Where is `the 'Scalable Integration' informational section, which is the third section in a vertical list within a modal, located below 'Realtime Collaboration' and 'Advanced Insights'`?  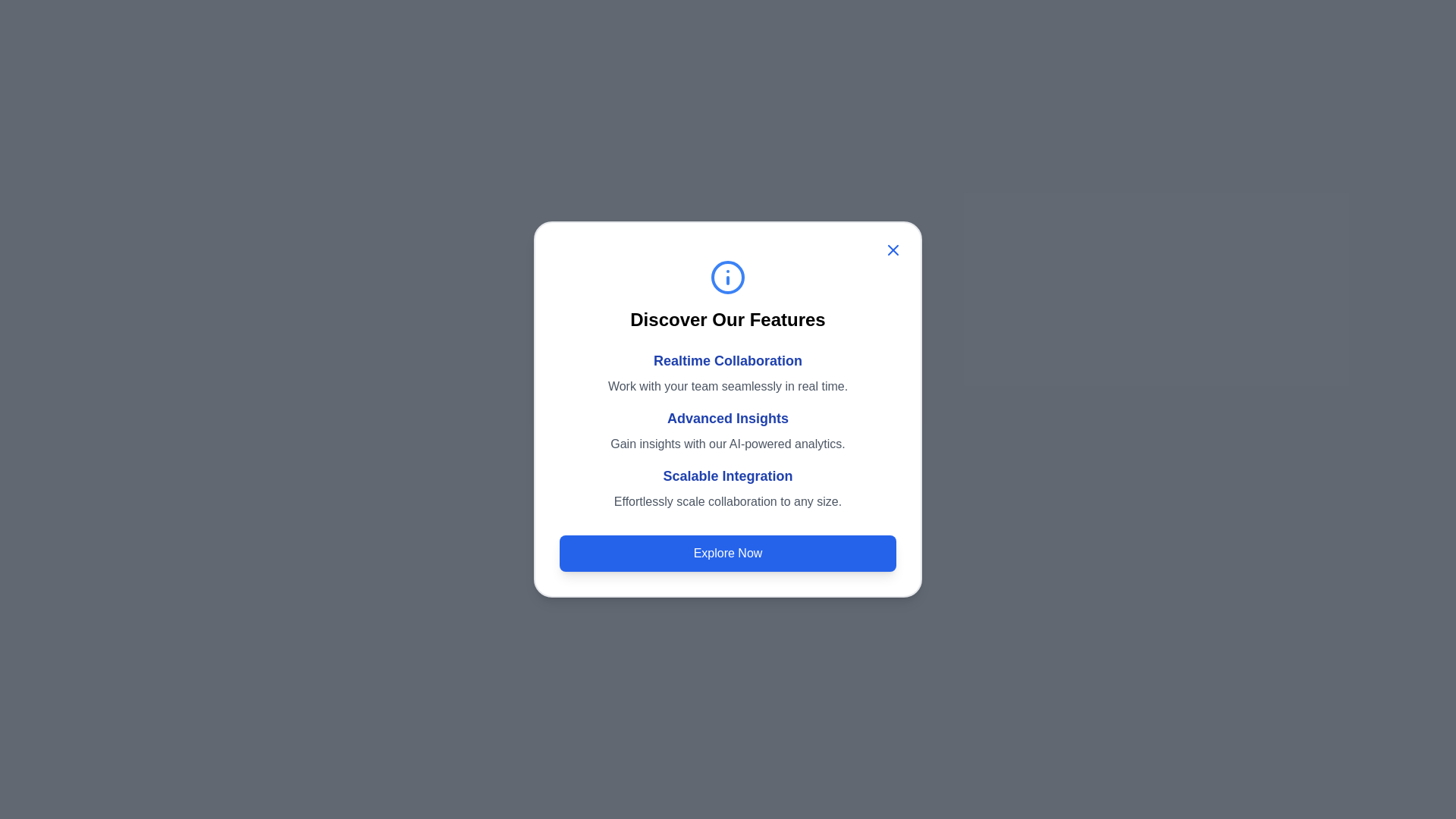
the 'Scalable Integration' informational section, which is the third section in a vertical list within a modal, located below 'Realtime Collaboration' and 'Advanced Insights' is located at coordinates (728, 488).